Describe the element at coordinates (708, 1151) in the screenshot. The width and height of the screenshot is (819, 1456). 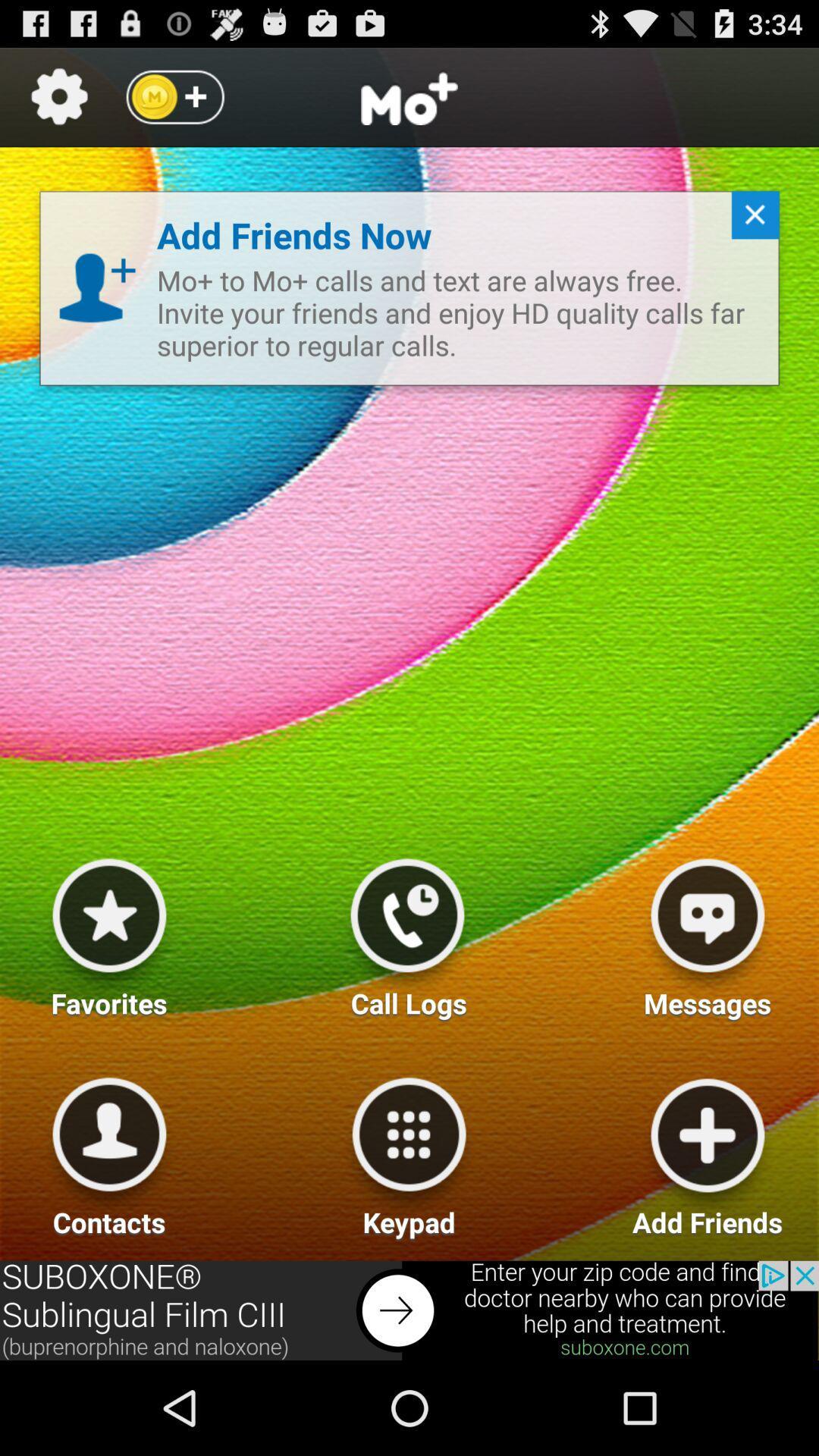
I see `add friends button` at that location.